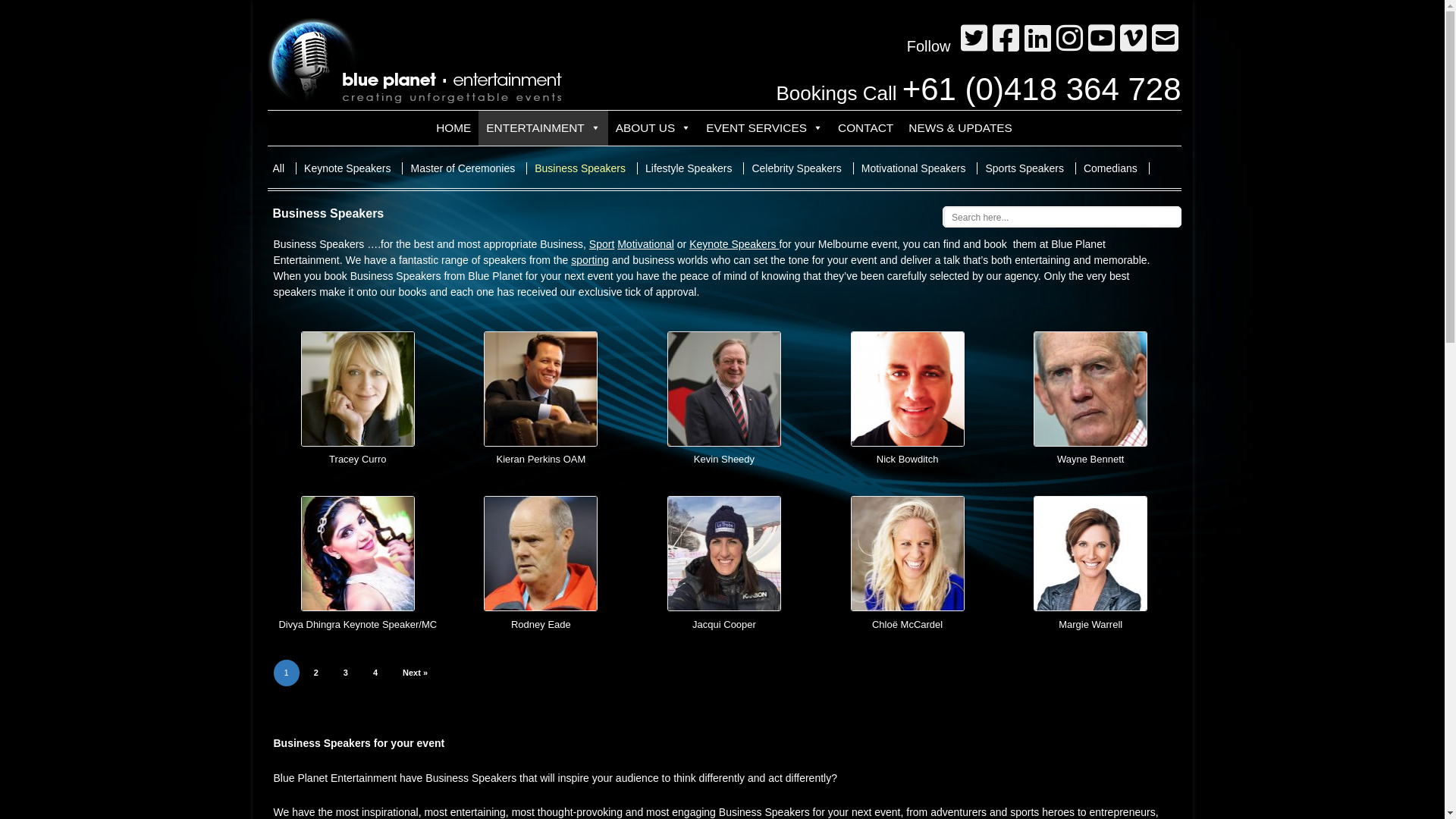 The image size is (1456, 819). I want to click on '2', so click(315, 672).